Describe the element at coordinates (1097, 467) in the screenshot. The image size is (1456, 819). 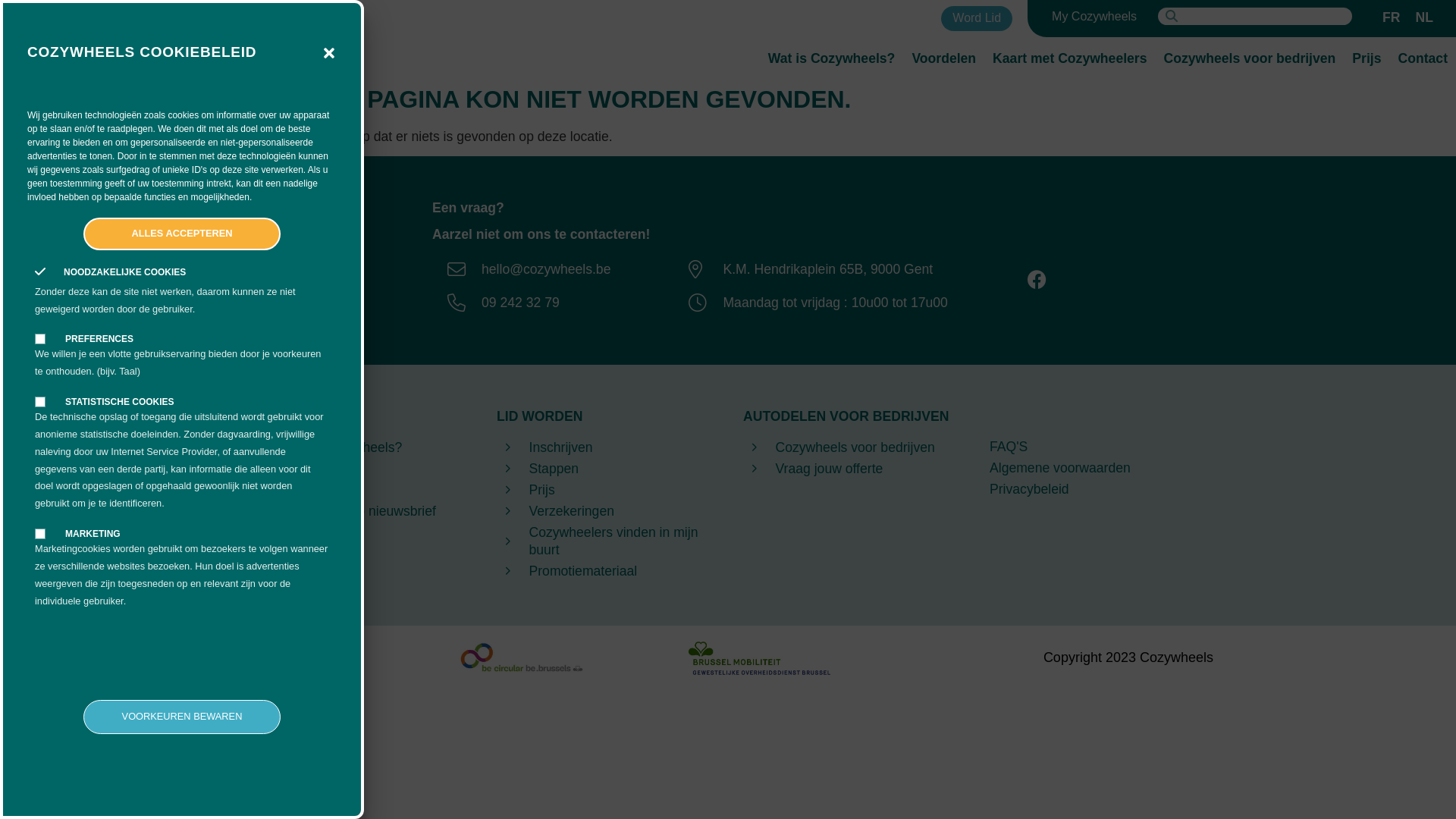
I see `'Algemene voorwaarden'` at that location.